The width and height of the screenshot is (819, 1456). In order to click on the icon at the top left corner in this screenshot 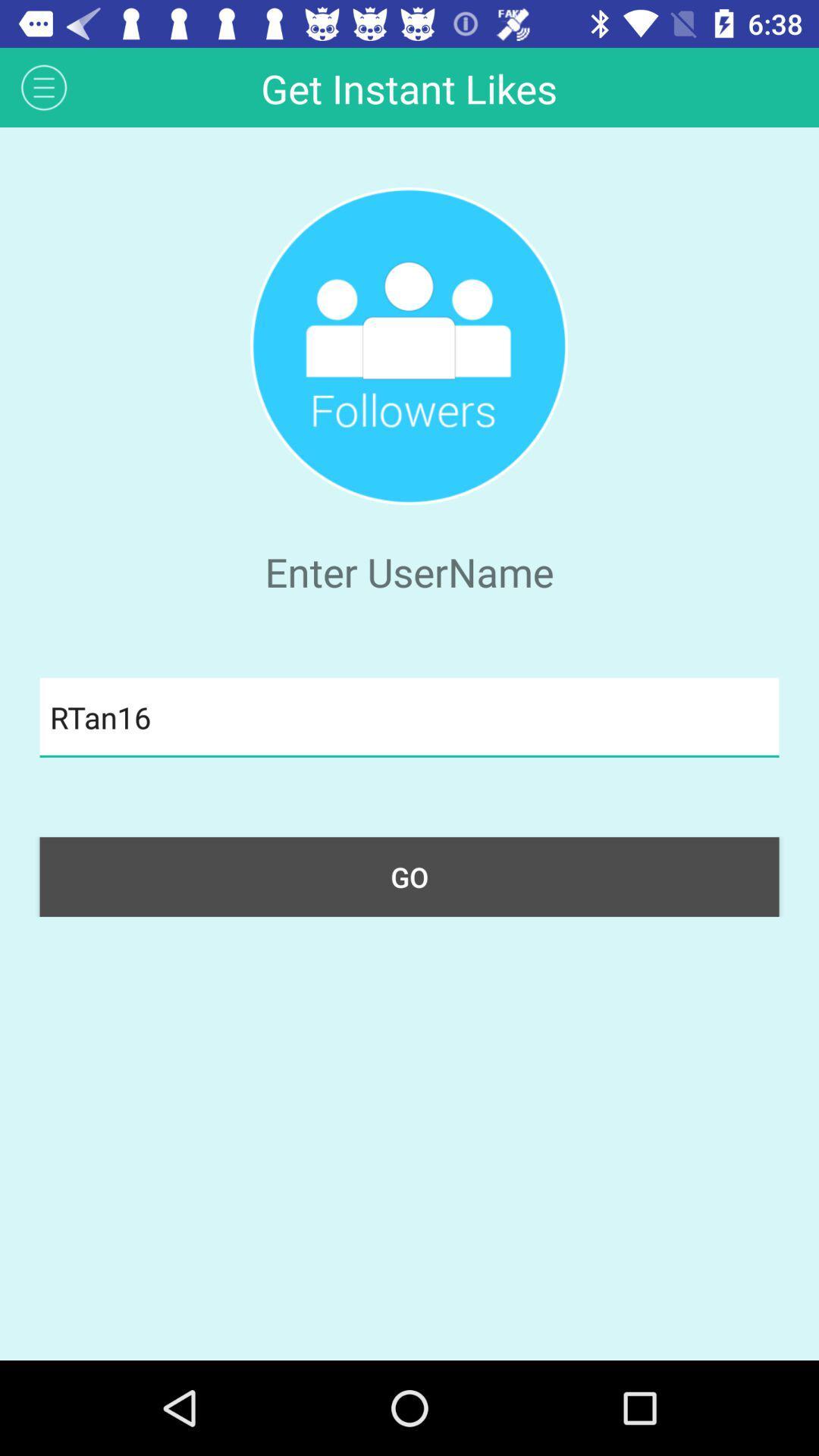, I will do `click(43, 86)`.